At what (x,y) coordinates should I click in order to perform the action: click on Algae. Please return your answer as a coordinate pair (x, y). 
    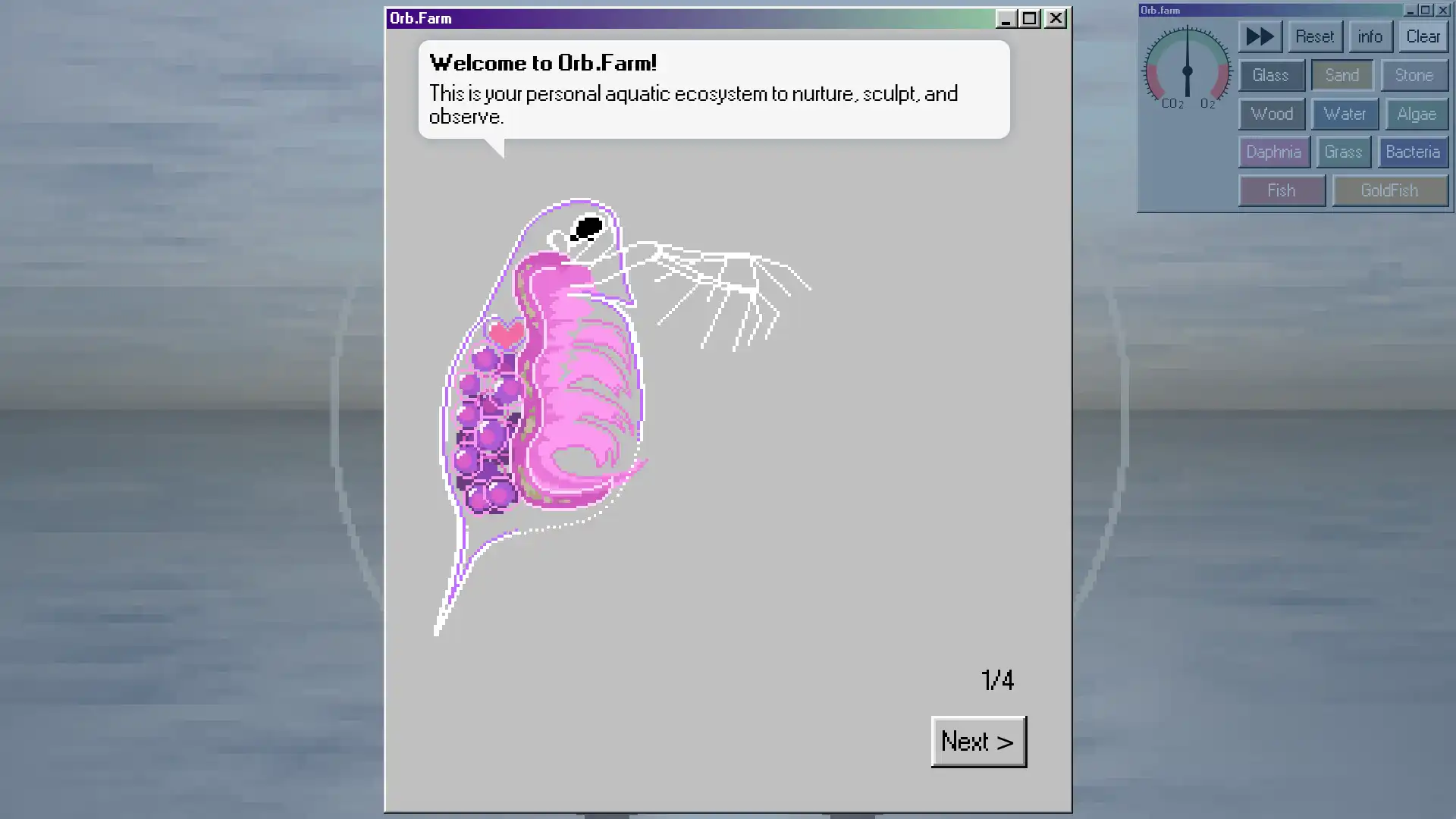
    Looking at the image, I should click on (755, 59).